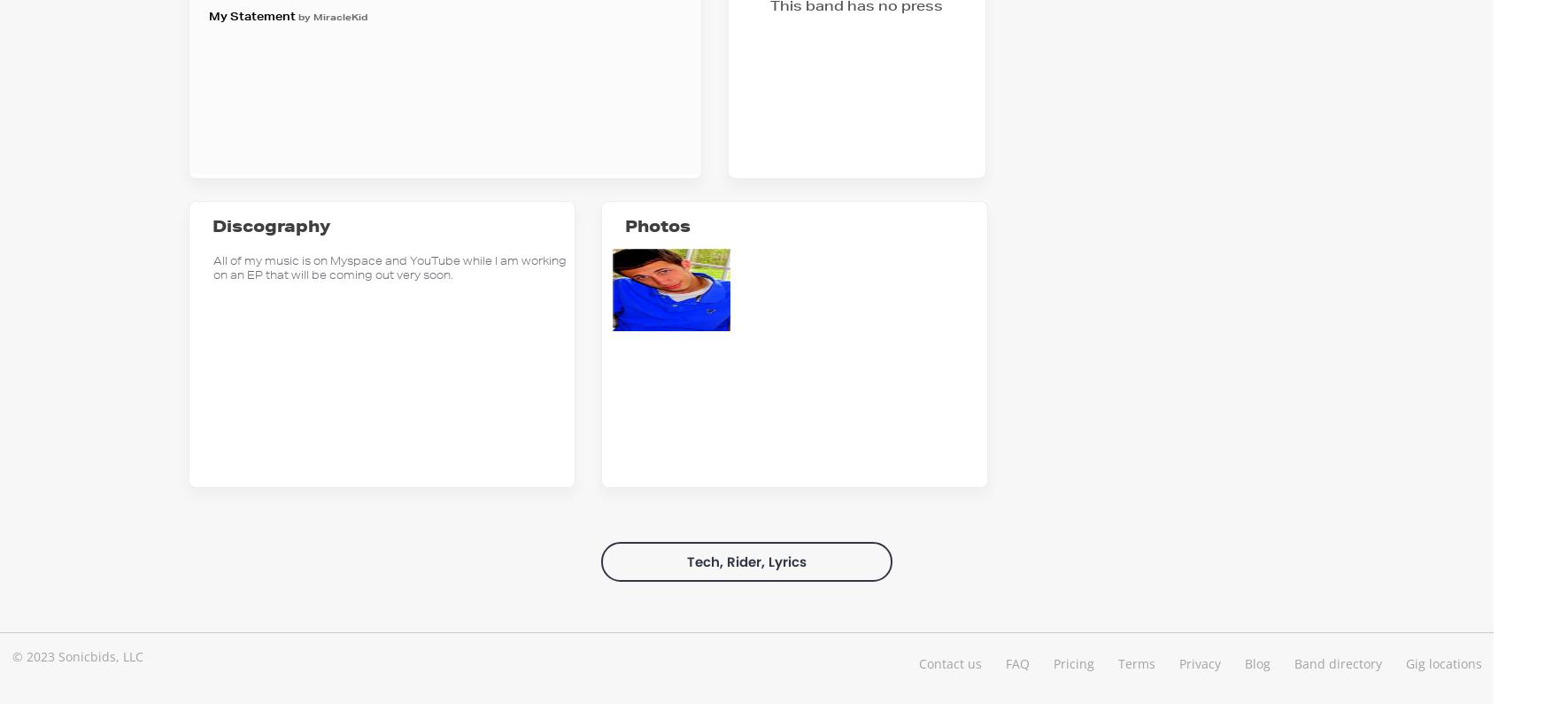 Image resolution: width=1568 pixels, height=704 pixels. I want to click on 'Band directory', so click(1337, 661).